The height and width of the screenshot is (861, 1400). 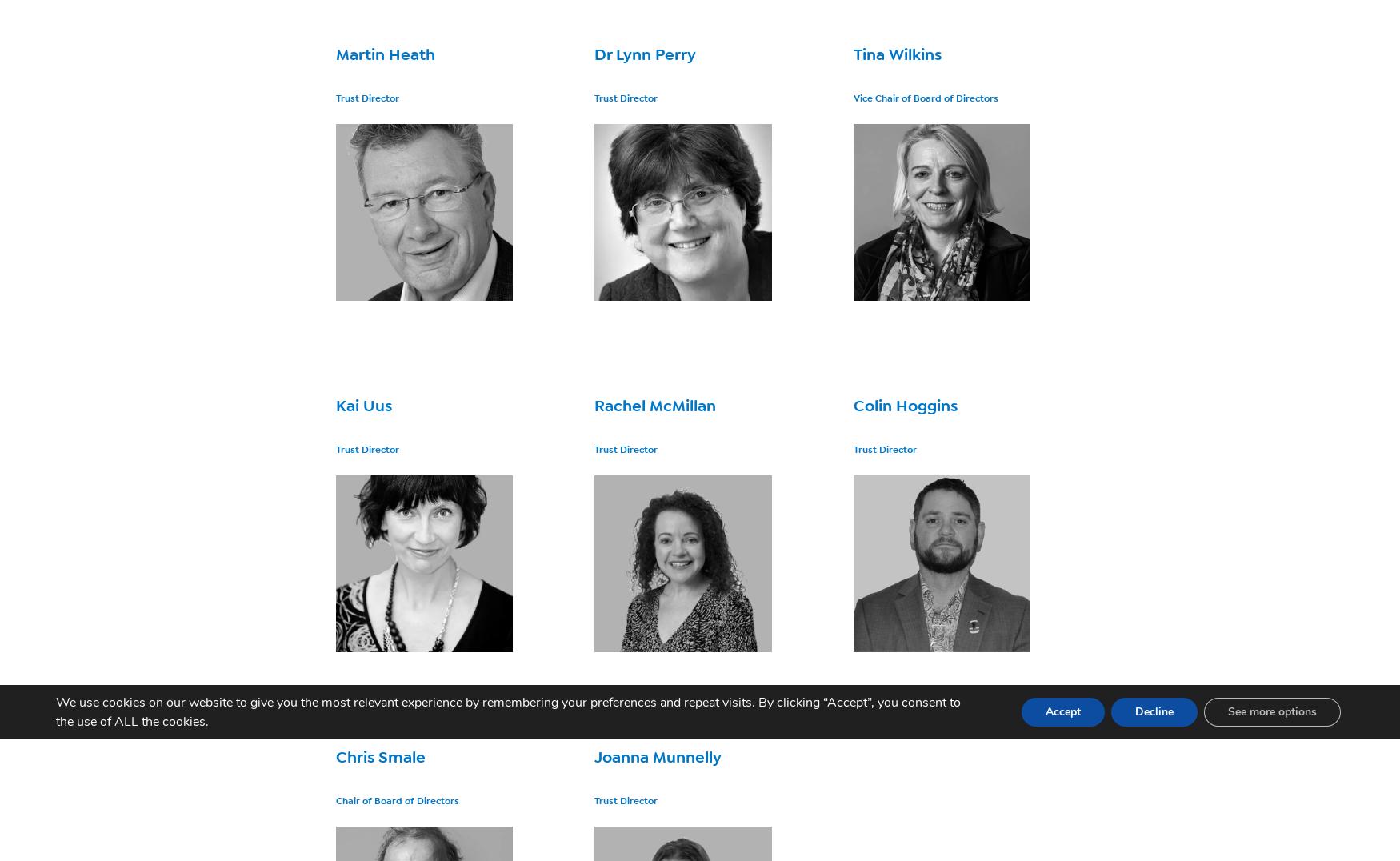 I want to click on 'We use cookies on our website to give you the most relevant experience by remembering your preferences and repeat visits. By clicking “Accept”, you consent to the use of ALL the cookies.', so click(x=507, y=711).